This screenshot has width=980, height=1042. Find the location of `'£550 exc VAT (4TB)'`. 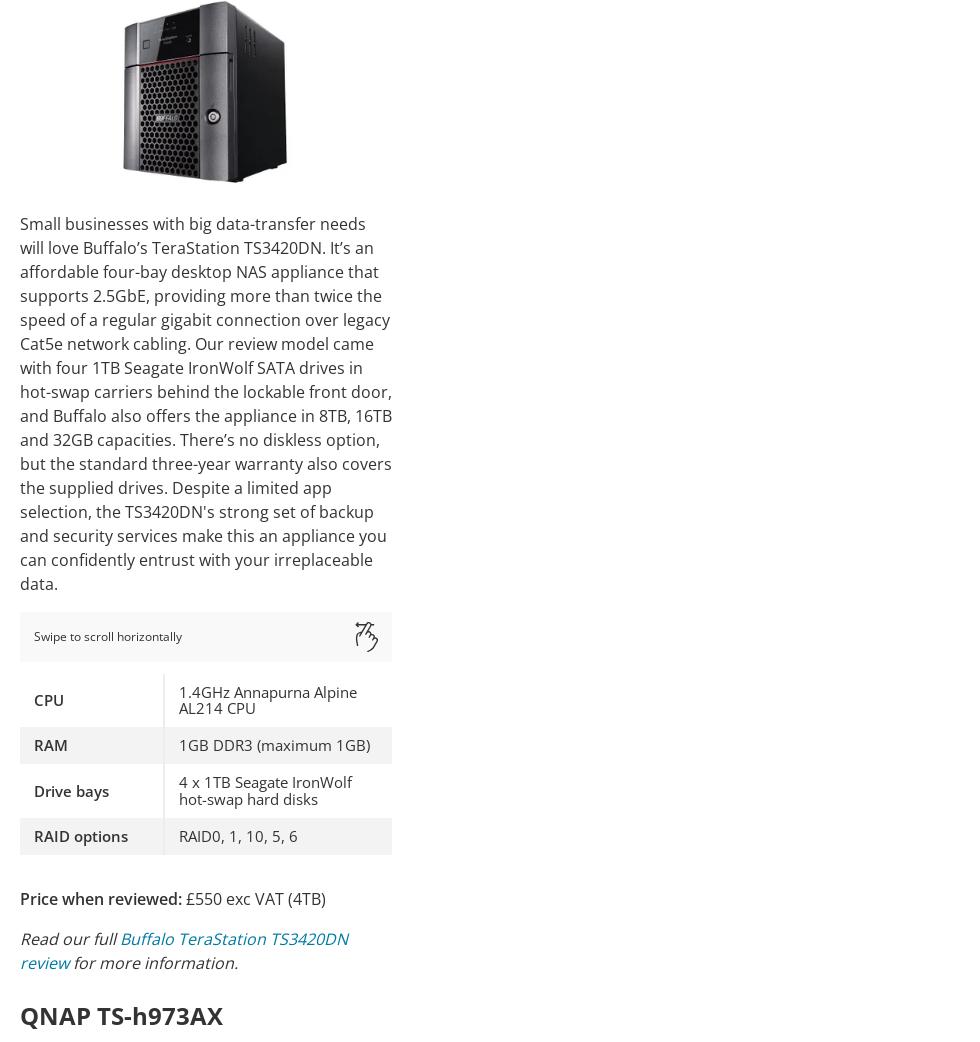

'£550 exc VAT (4TB)' is located at coordinates (254, 896).